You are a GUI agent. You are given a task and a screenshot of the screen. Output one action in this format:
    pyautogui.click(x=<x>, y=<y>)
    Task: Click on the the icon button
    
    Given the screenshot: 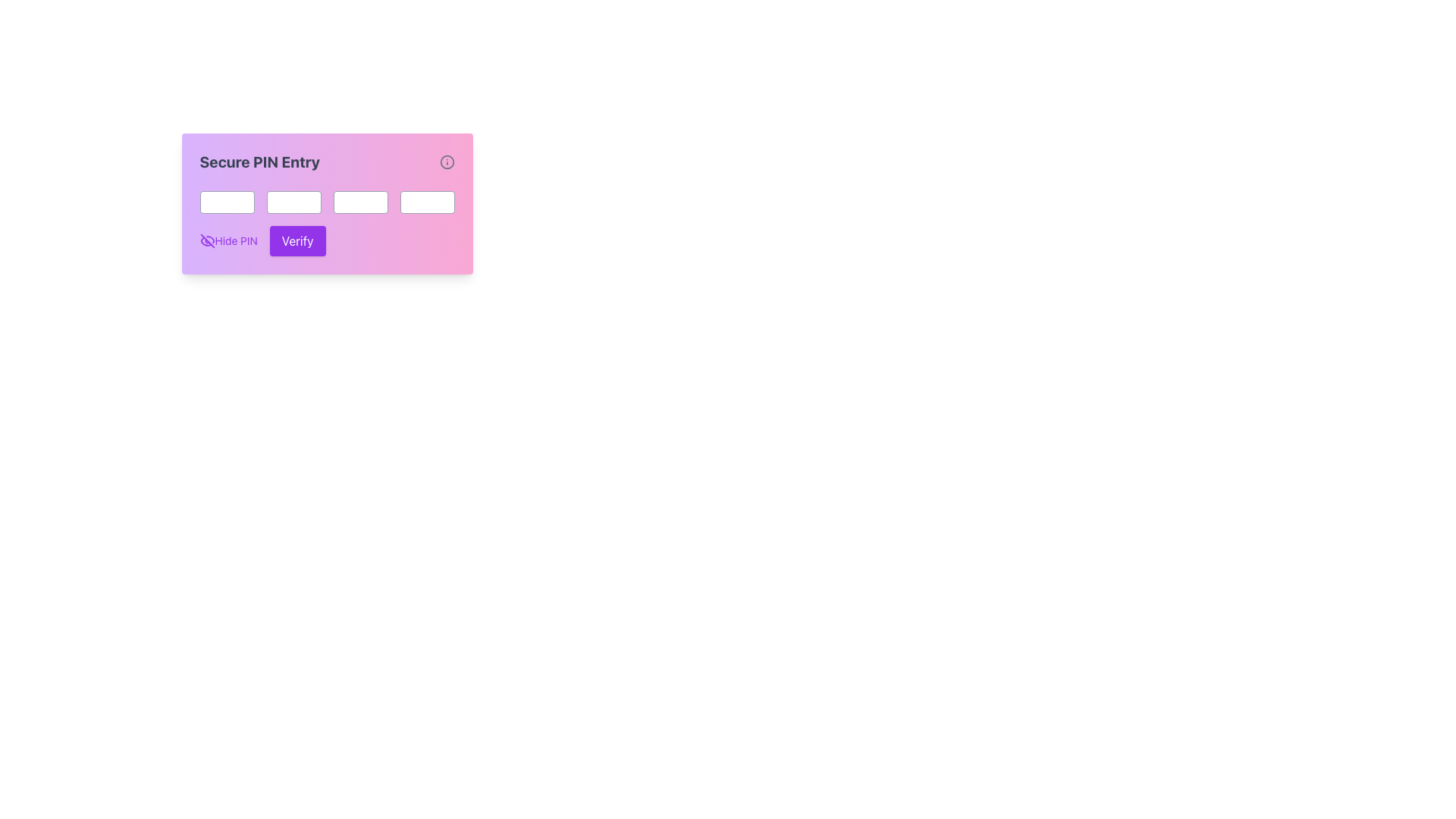 What is the action you would take?
    pyautogui.click(x=206, y=240)
    